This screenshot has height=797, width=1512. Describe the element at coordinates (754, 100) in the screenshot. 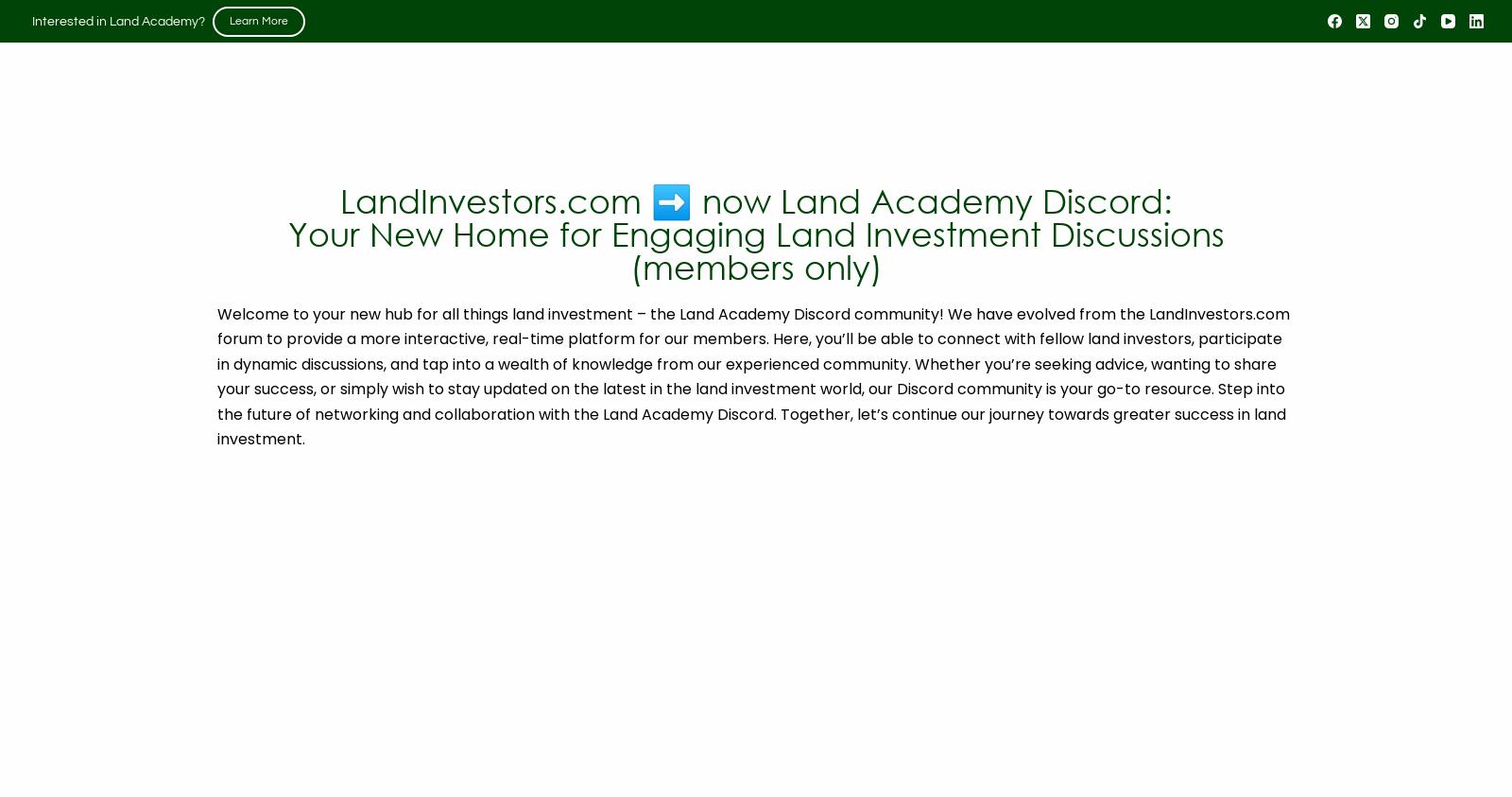

I see `'Steven Jack Butala & Jill DeWit (and guests) draw on their 16,000+ transaction experience and discuss the acquisition and sale of real property for profit. Every Thursday at 2pm Pacific Time.'` at that location.